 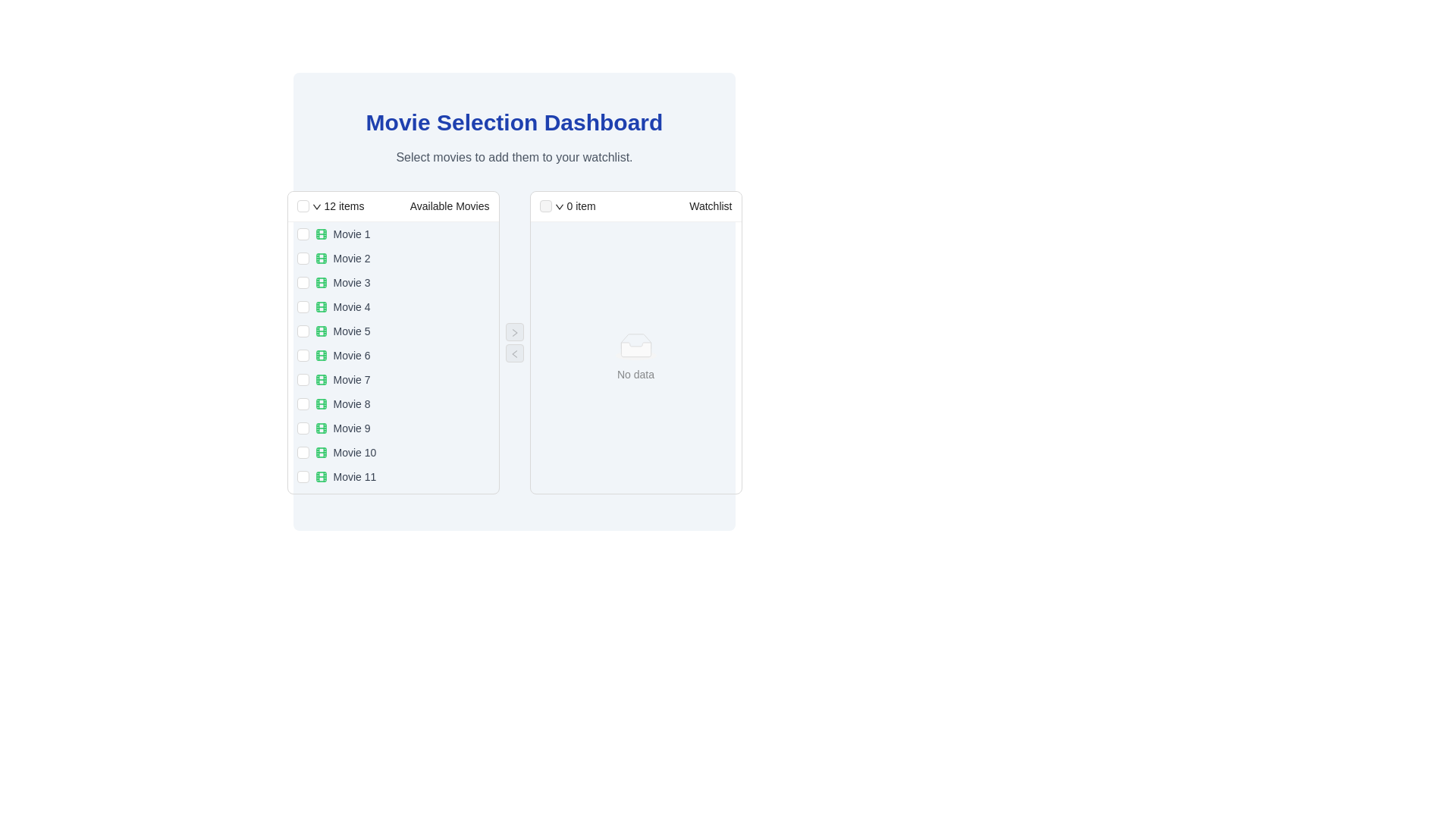 I want to click on the first green rectangle icon in the 'Available Movies' column located in the 'Movie Selection Dashboard', which precedes the title 'Movie 1', so click(x=320, y=234).